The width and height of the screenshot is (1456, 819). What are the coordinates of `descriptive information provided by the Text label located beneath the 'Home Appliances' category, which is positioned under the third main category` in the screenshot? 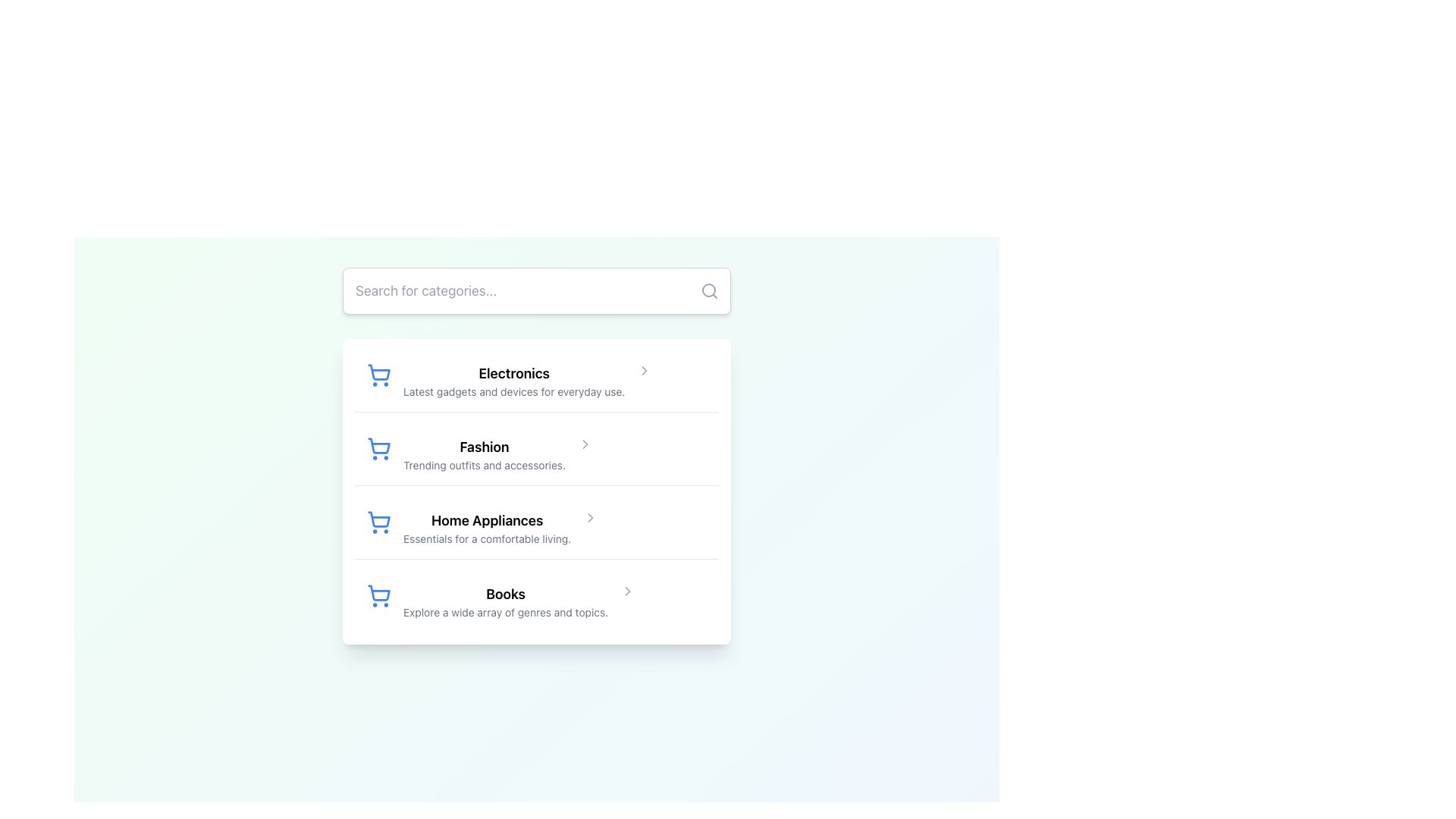 It's located at (487, 538).